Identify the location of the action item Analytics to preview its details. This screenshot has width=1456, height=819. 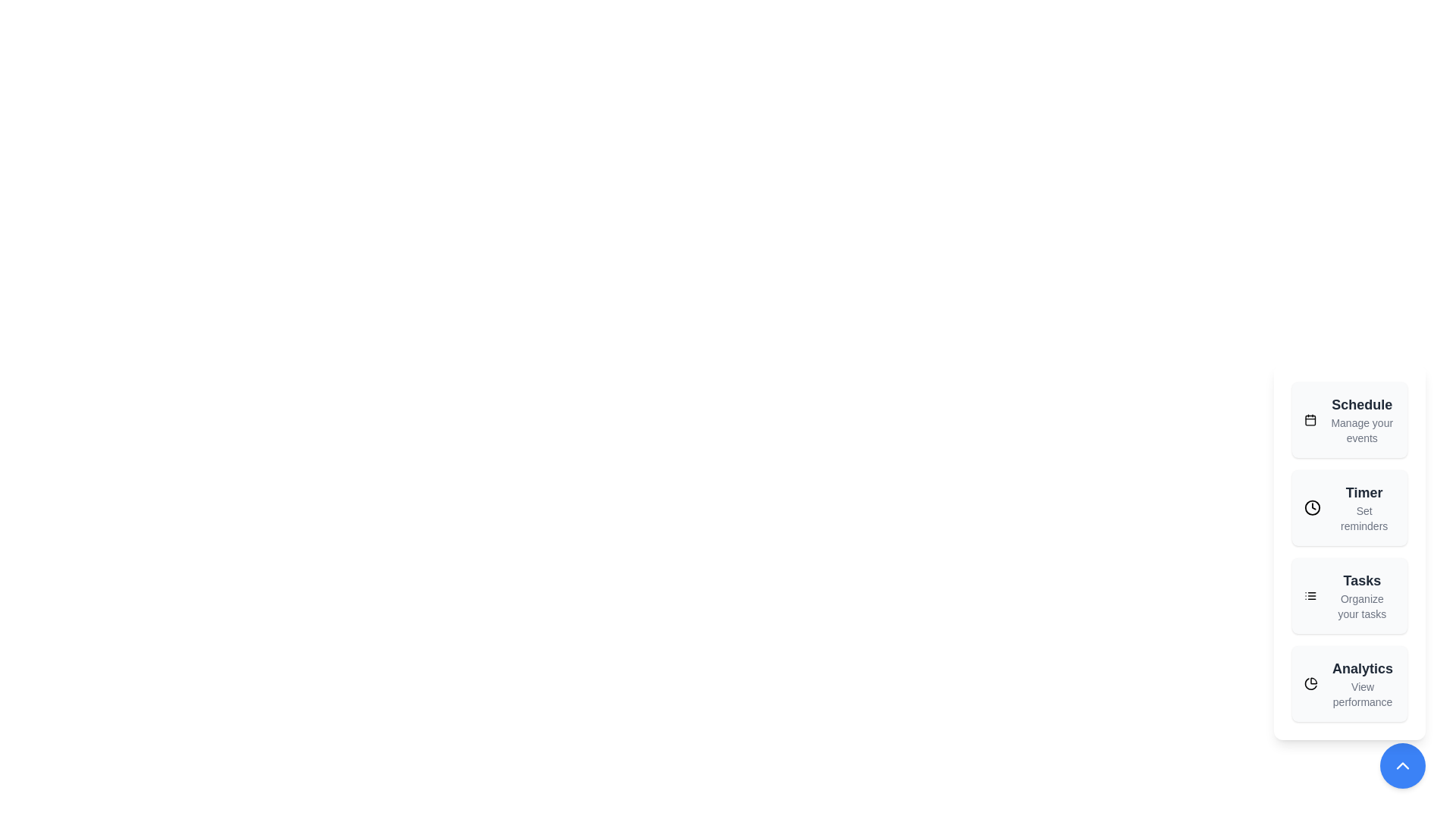
(1350, 684).